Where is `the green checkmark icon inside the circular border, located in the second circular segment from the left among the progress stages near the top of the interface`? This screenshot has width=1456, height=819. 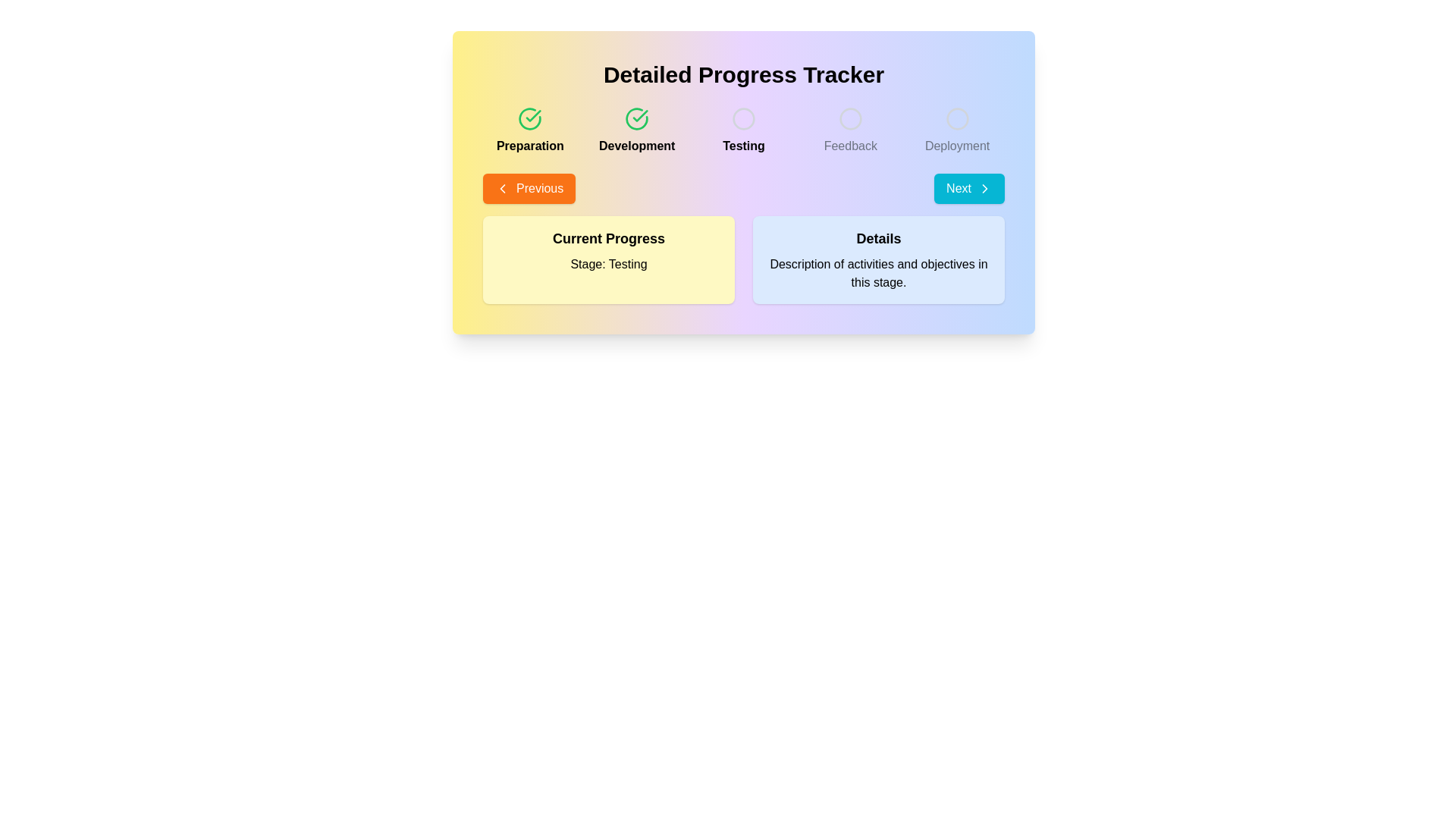 the green checkmark icon inside the circular border, located in the second circular segment from the left among the progress stages near the top of the interface is located at coordinates (637, 118).